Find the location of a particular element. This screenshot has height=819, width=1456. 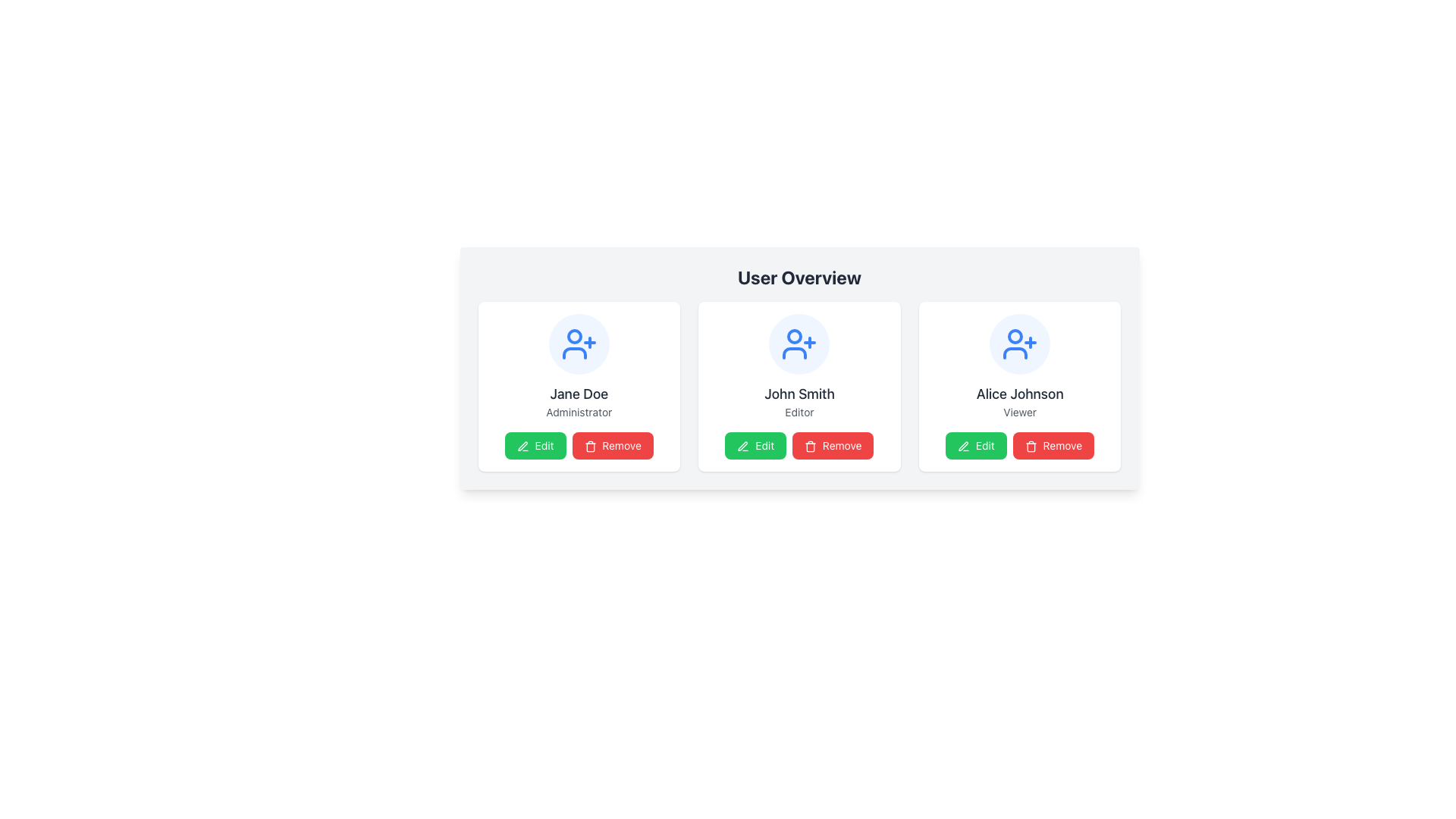

the 'Remove' button with a trash can icon located at the bottom-right quadrant of the middle card labeled 'John Smith', adjacent to the 'Edit' button is located at coordinates (832, 444).